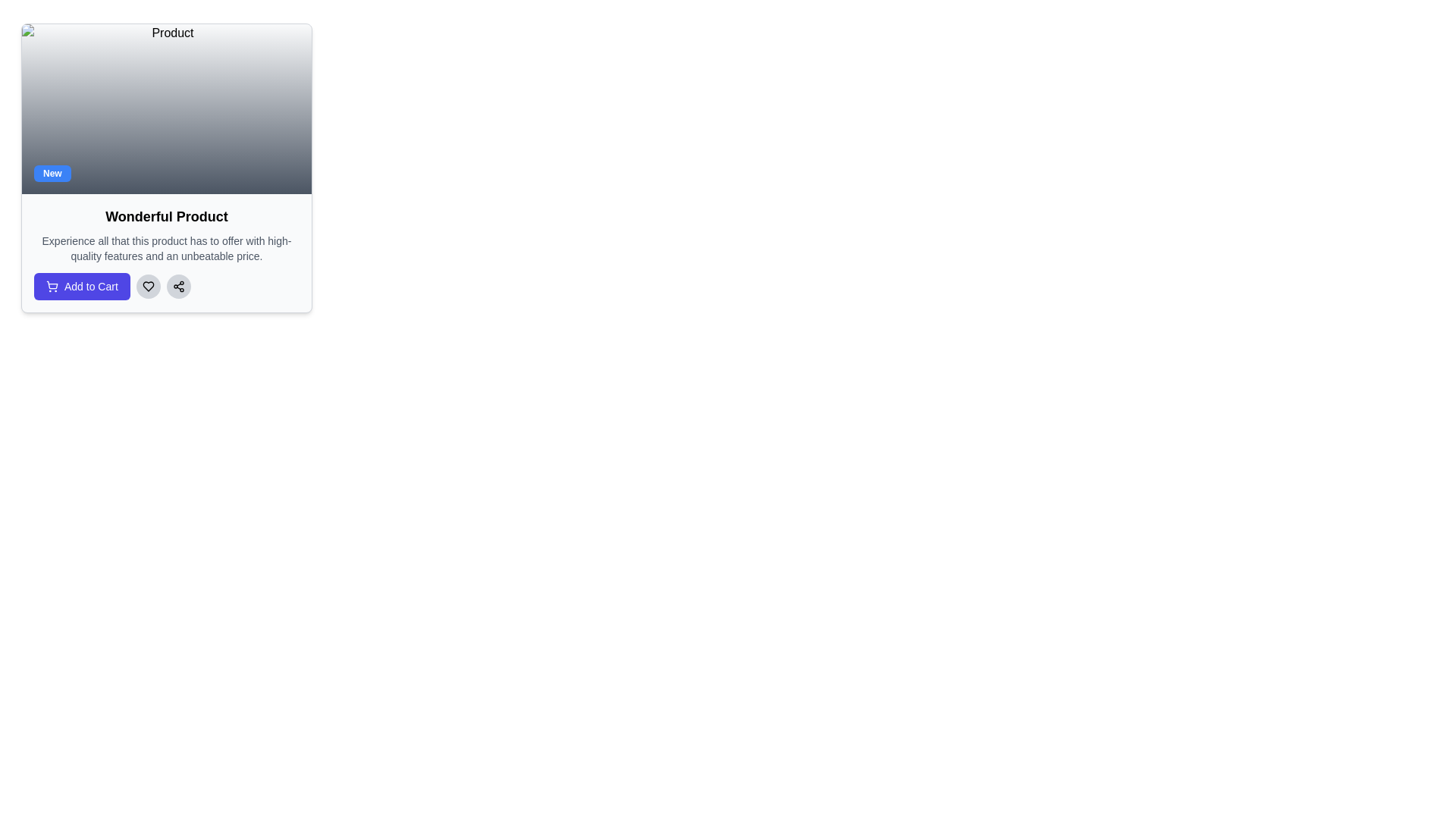  What do you see at coordinates (148, 287) in the screenshot?
I see `the circular button with a light gray background and a black heart icon to like the item, positioned between the 'Add to Cart' button and the share button` at bounding box center [148, 287].